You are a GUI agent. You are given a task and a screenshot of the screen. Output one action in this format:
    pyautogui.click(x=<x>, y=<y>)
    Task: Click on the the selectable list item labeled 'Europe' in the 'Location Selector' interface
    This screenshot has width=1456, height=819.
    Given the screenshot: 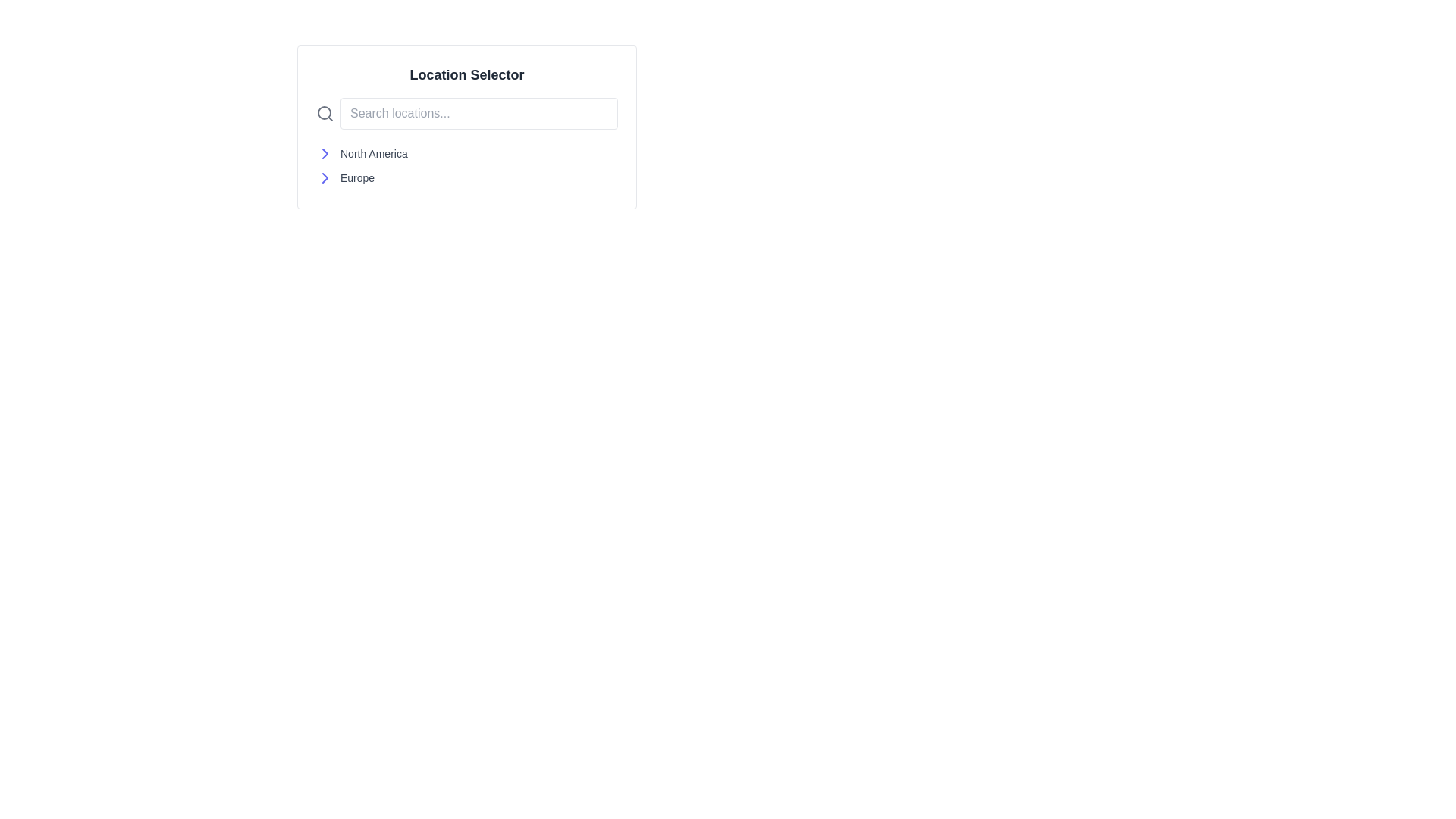 What is the action you would take?
    pyautogui.click(x=466, y=177)
    